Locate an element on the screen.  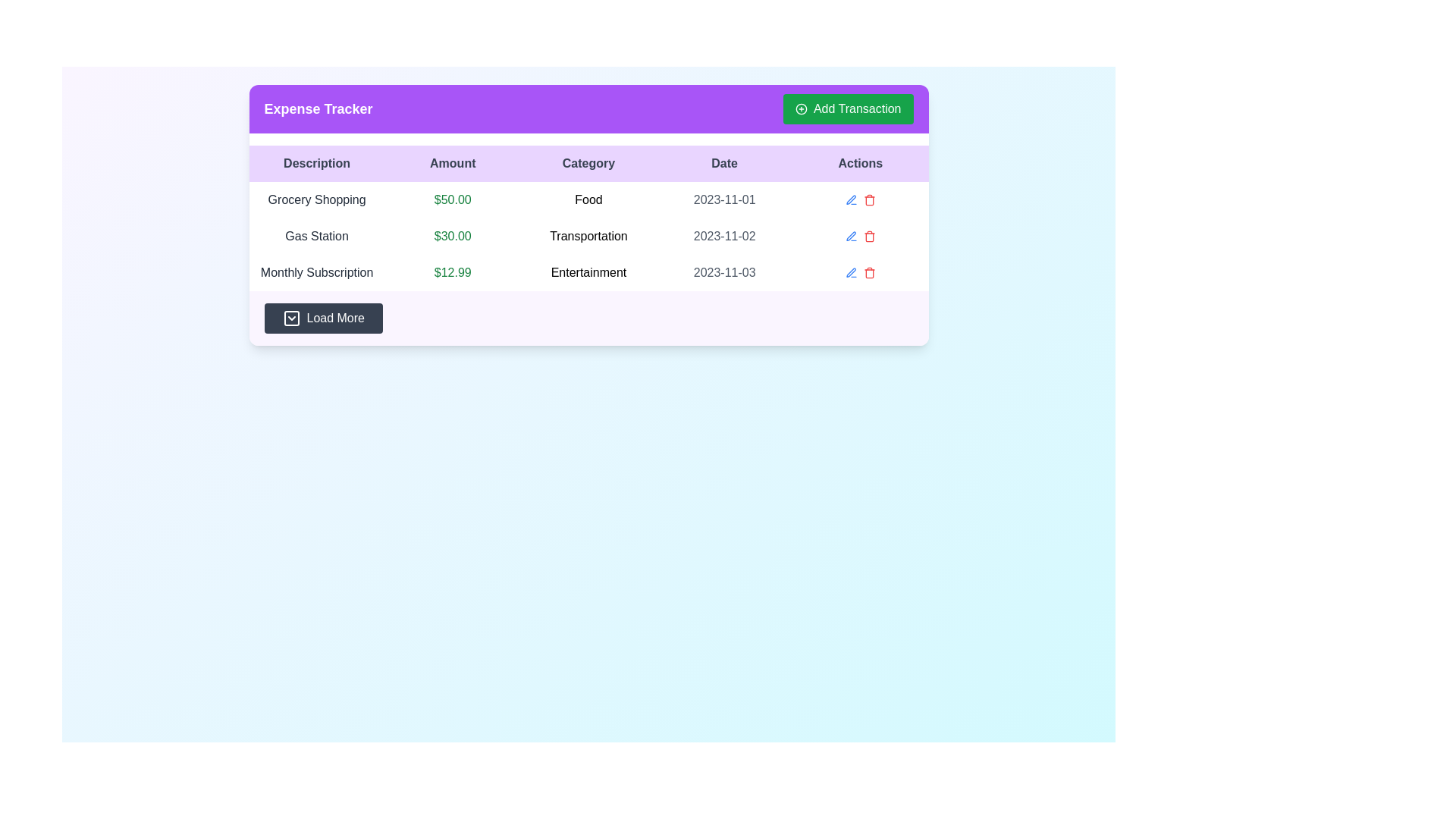
the second row in the expense table, located between 'Grocery Shopping' and 'Monthly Subscription', to view more details is located at coordinates (588, 237).